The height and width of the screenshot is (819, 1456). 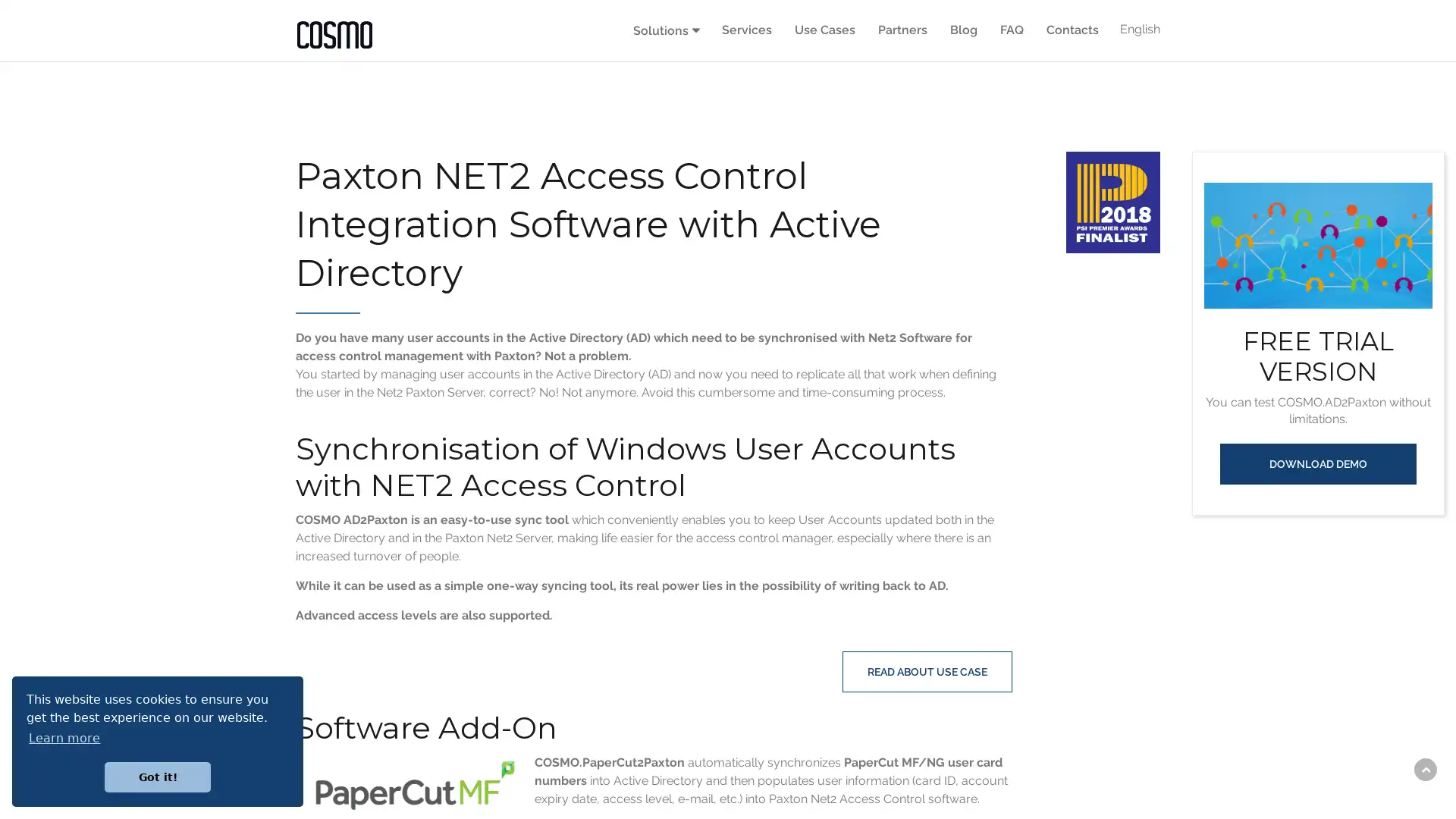 What do you see at coordinates (64, 737) in the screenshot?
I see `learn more about cookies` at bounding box center [64, 737].